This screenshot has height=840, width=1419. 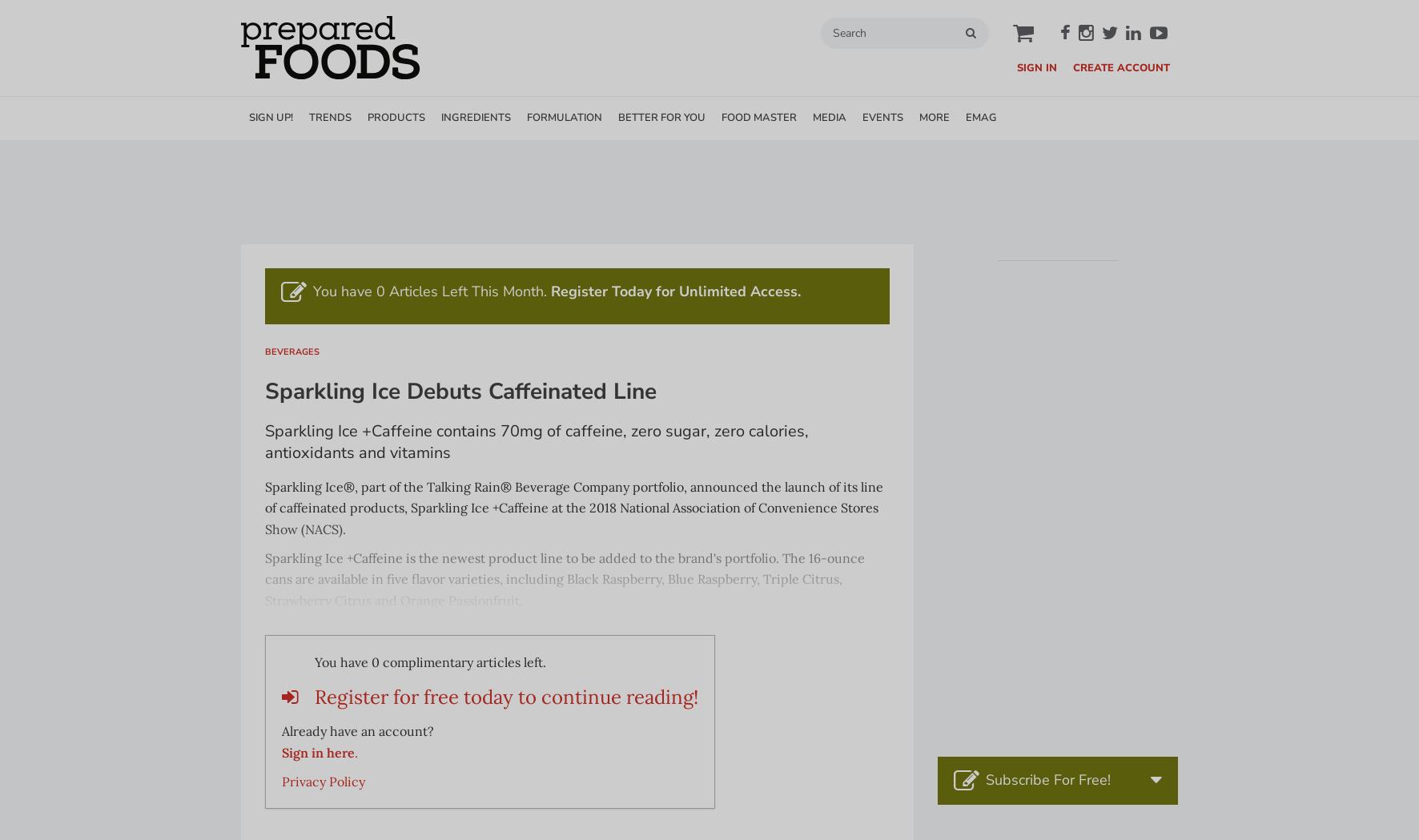 What do you see at coordinates (830, 117) in the screenshot?
I see `'MEDIA'` at bounding box center [830, 117].